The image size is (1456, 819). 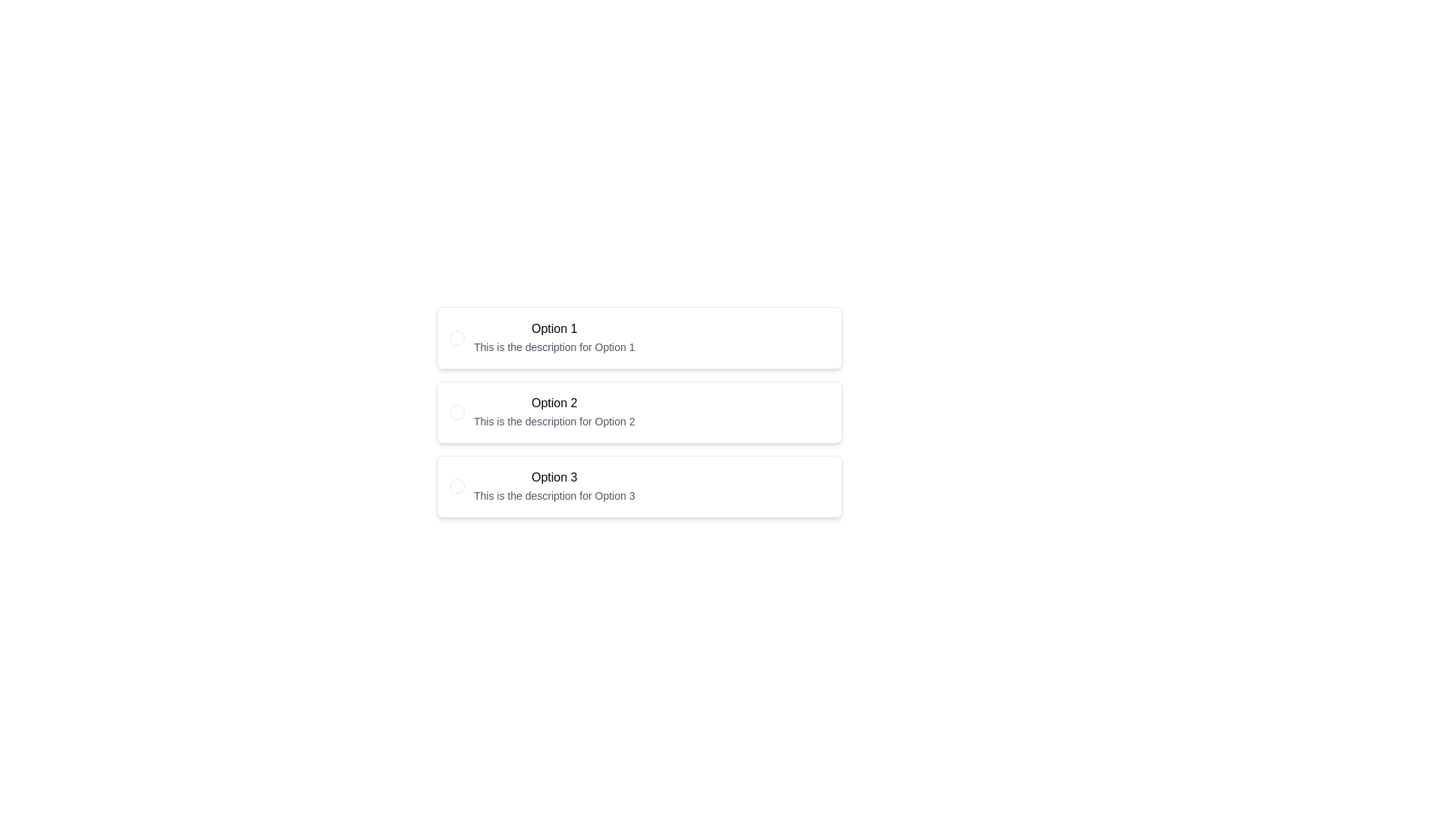 I want to click on the descriptive text label that provides information about 'Option 2', located below the text 'Option 2', so click(x=554, y=421).